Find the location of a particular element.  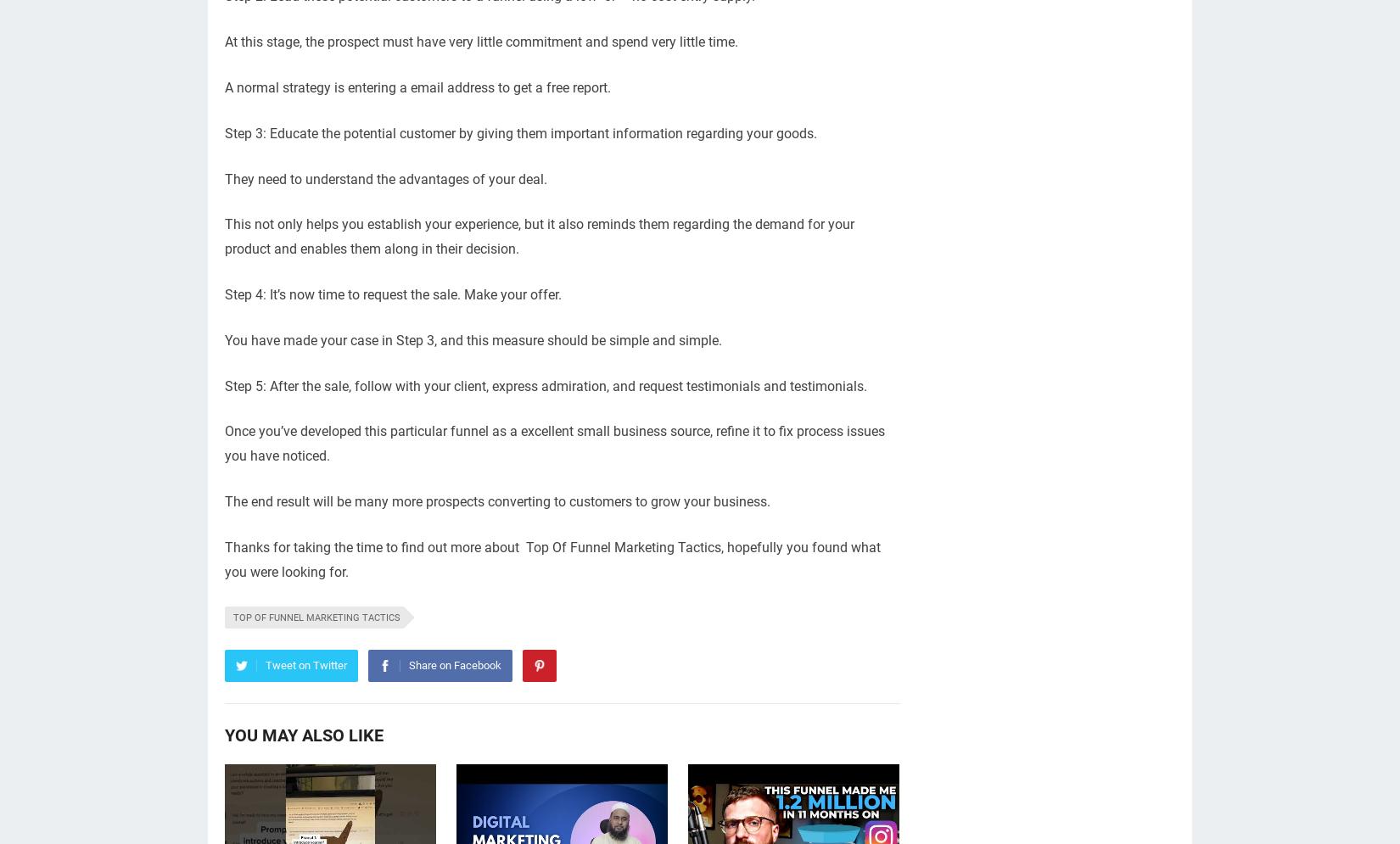

'Step 4: It’s now time to request the sale. Make your offer.' is located at coordinates (392, 293).